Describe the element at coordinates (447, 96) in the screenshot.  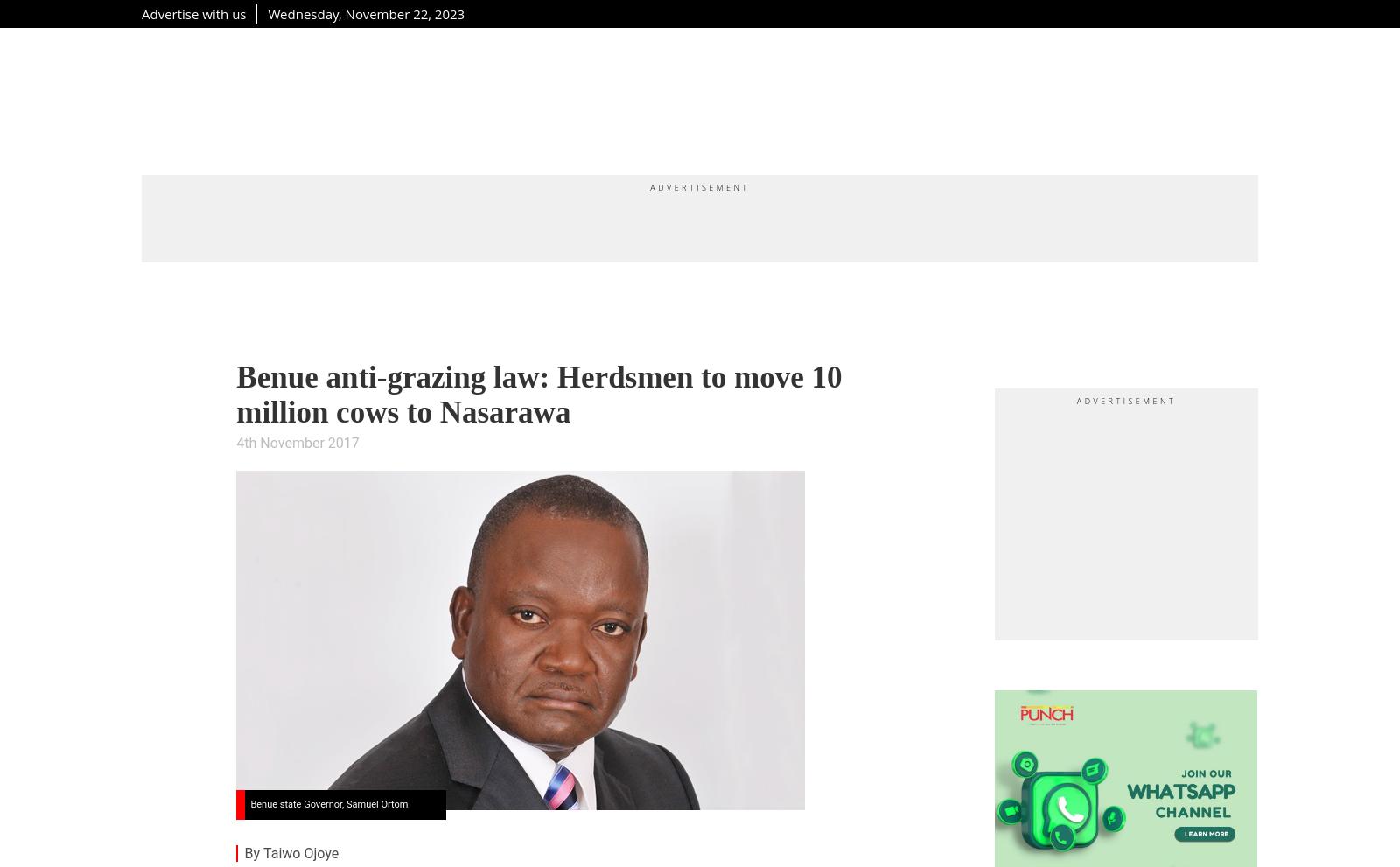
I see `'Metro Plus'` at that location.